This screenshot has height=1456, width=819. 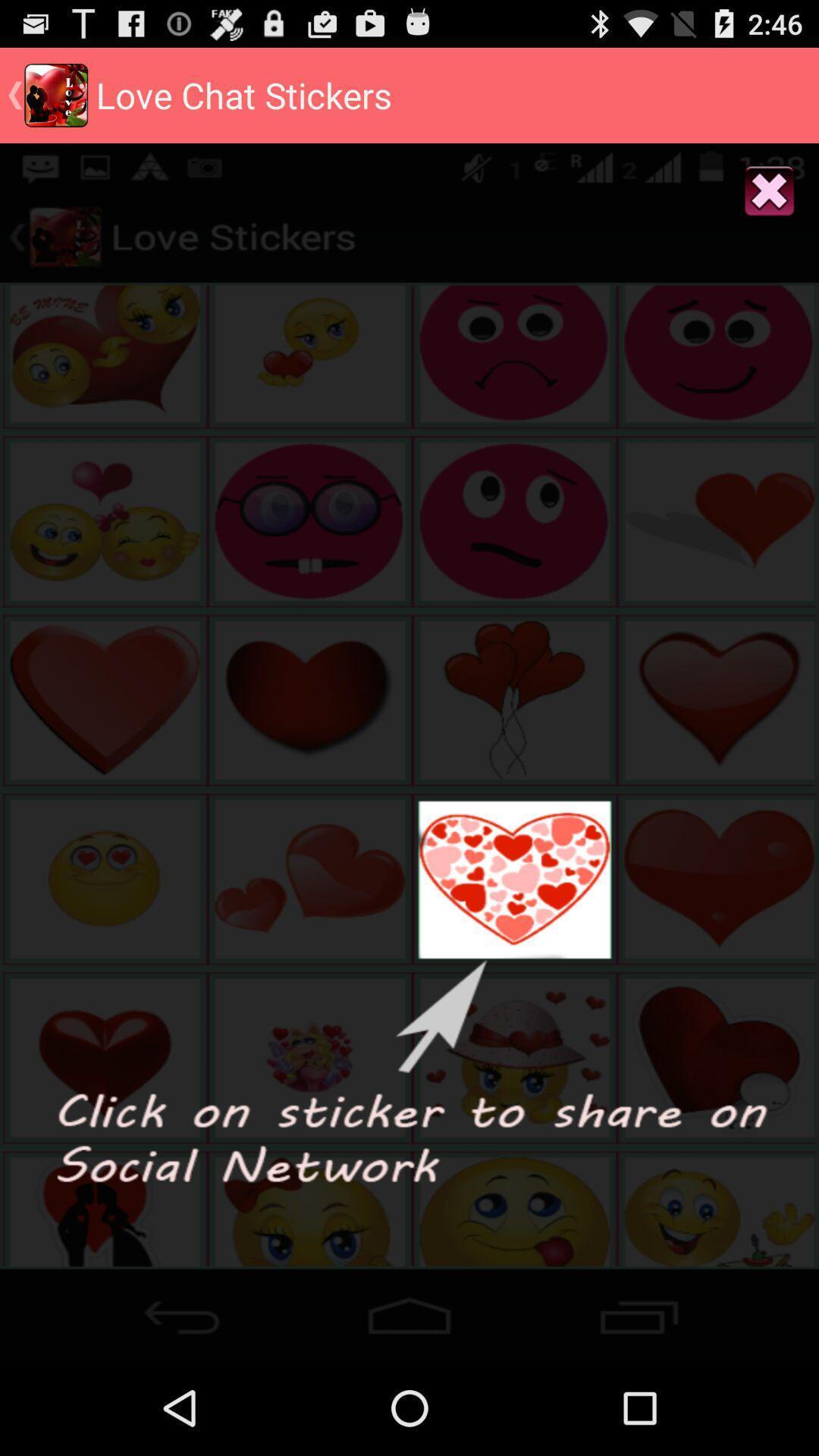 I want to click on close, so click(x=770, y=191).